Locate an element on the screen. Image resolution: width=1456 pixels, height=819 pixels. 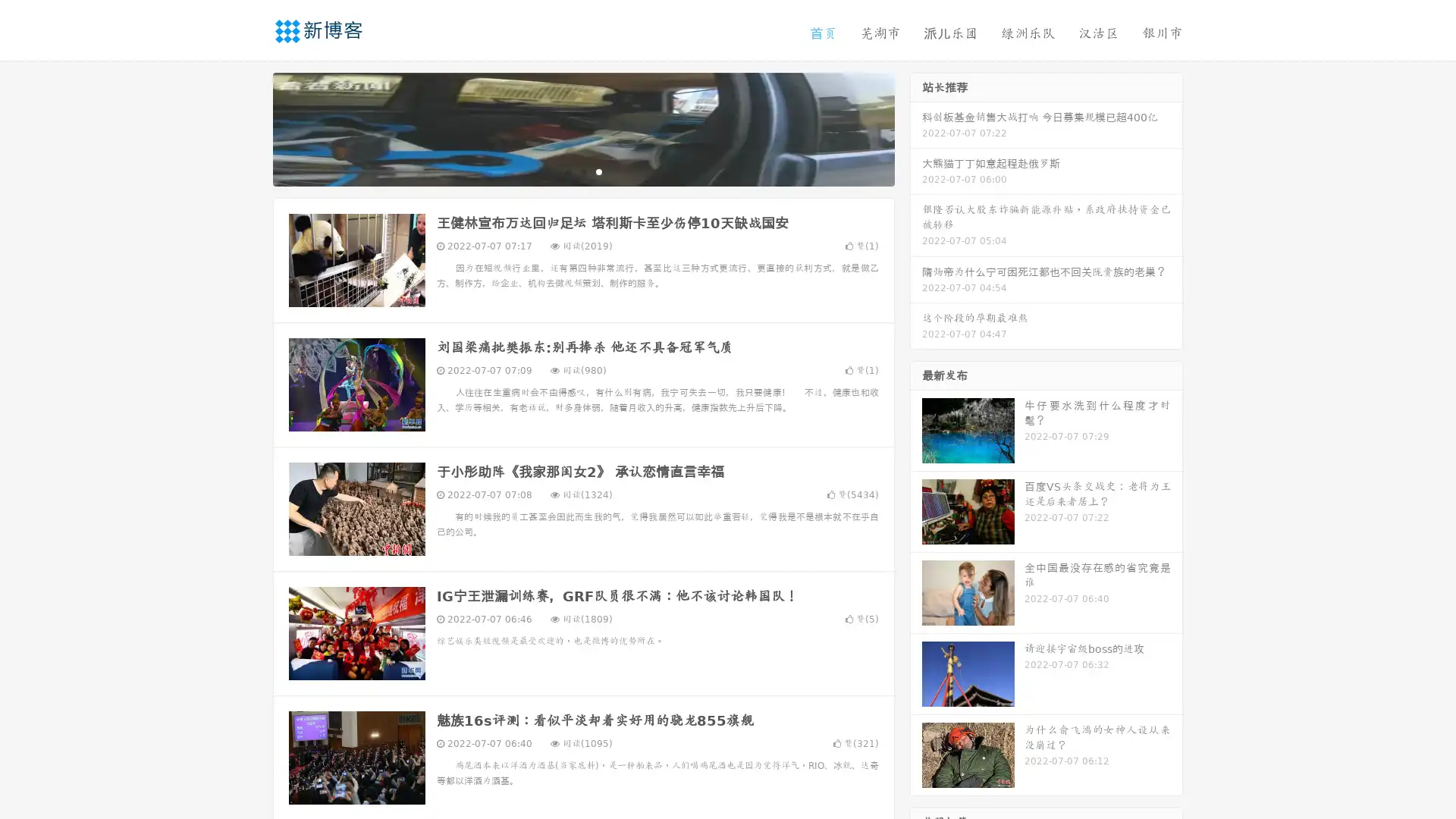
Previous slide is located at coordinates (250, 127).